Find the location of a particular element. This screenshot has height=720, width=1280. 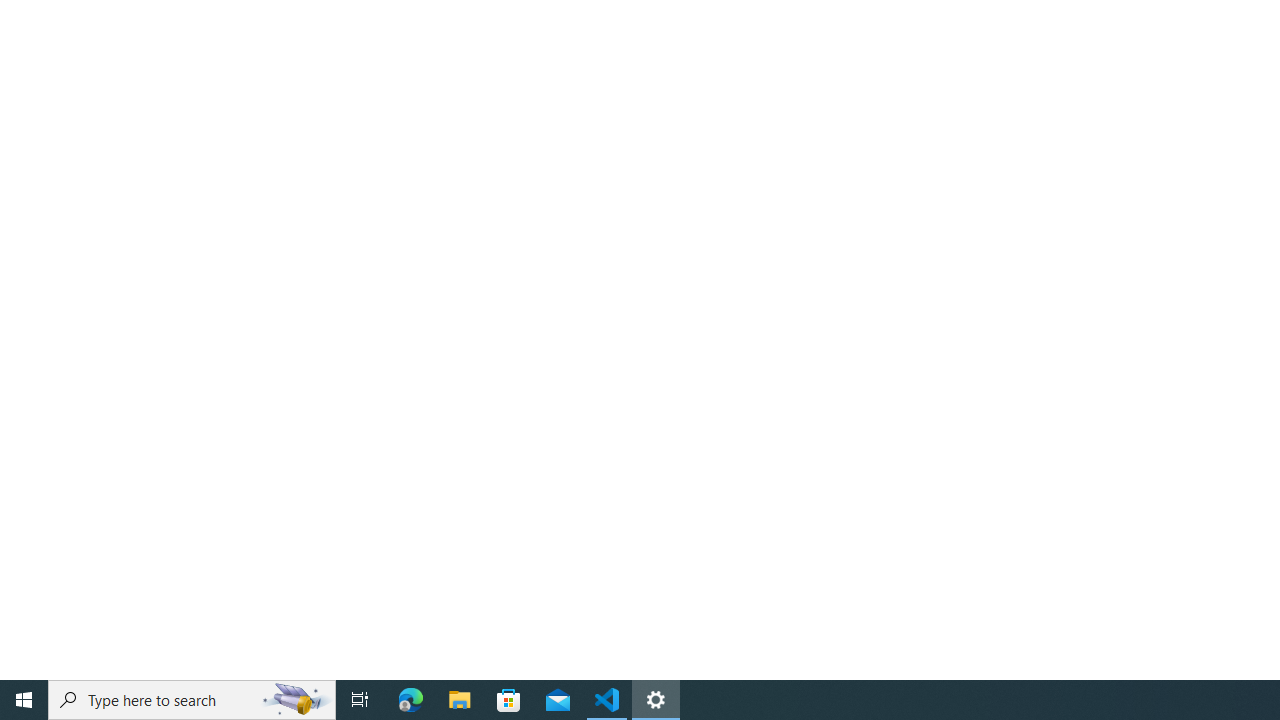

'Visual Studio Code - 1 running window' is located at coordinates (606, 698).